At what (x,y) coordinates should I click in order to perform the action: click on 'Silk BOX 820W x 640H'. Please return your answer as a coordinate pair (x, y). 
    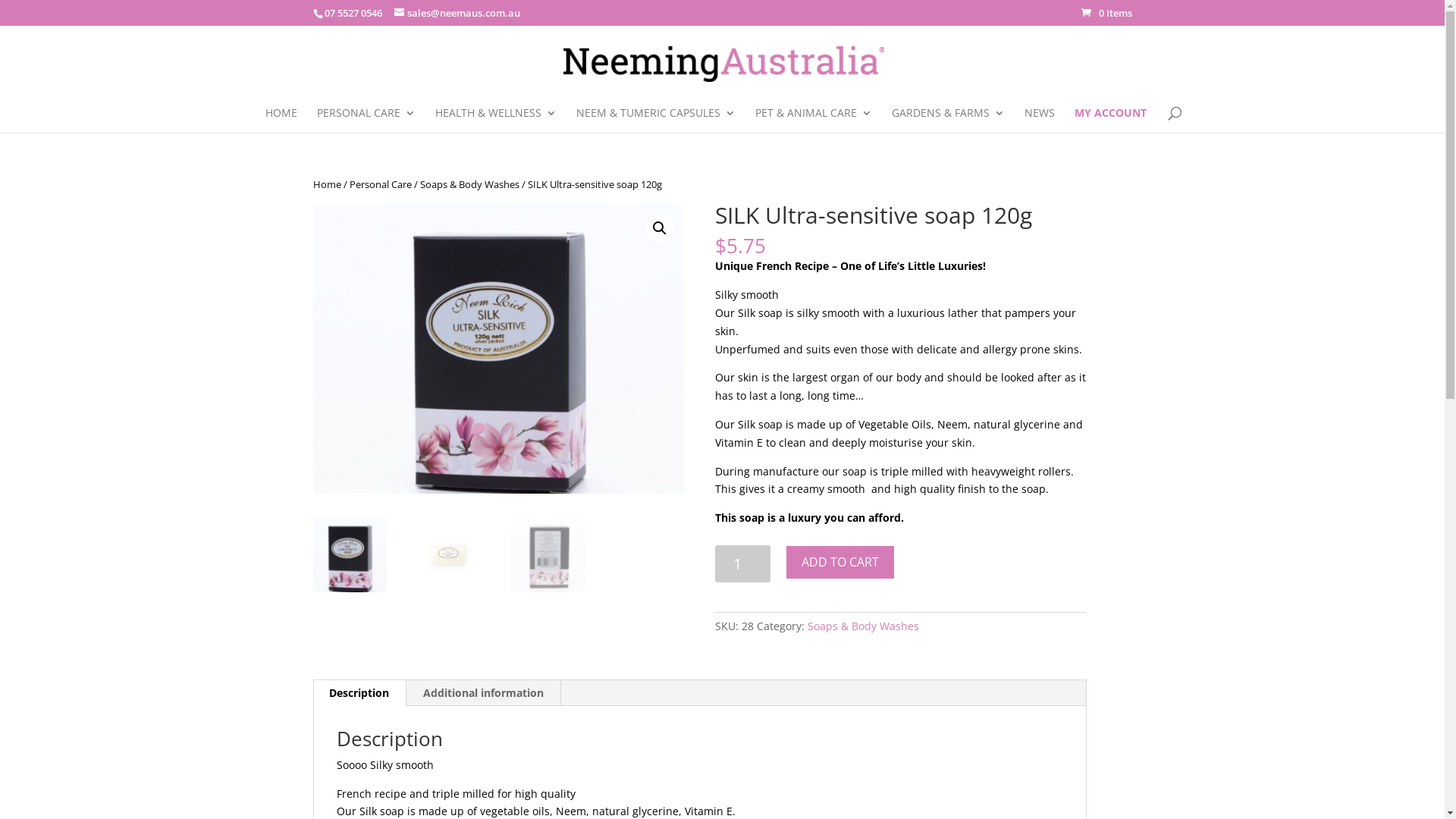
    Looking at the image, I should click on (498, 348).